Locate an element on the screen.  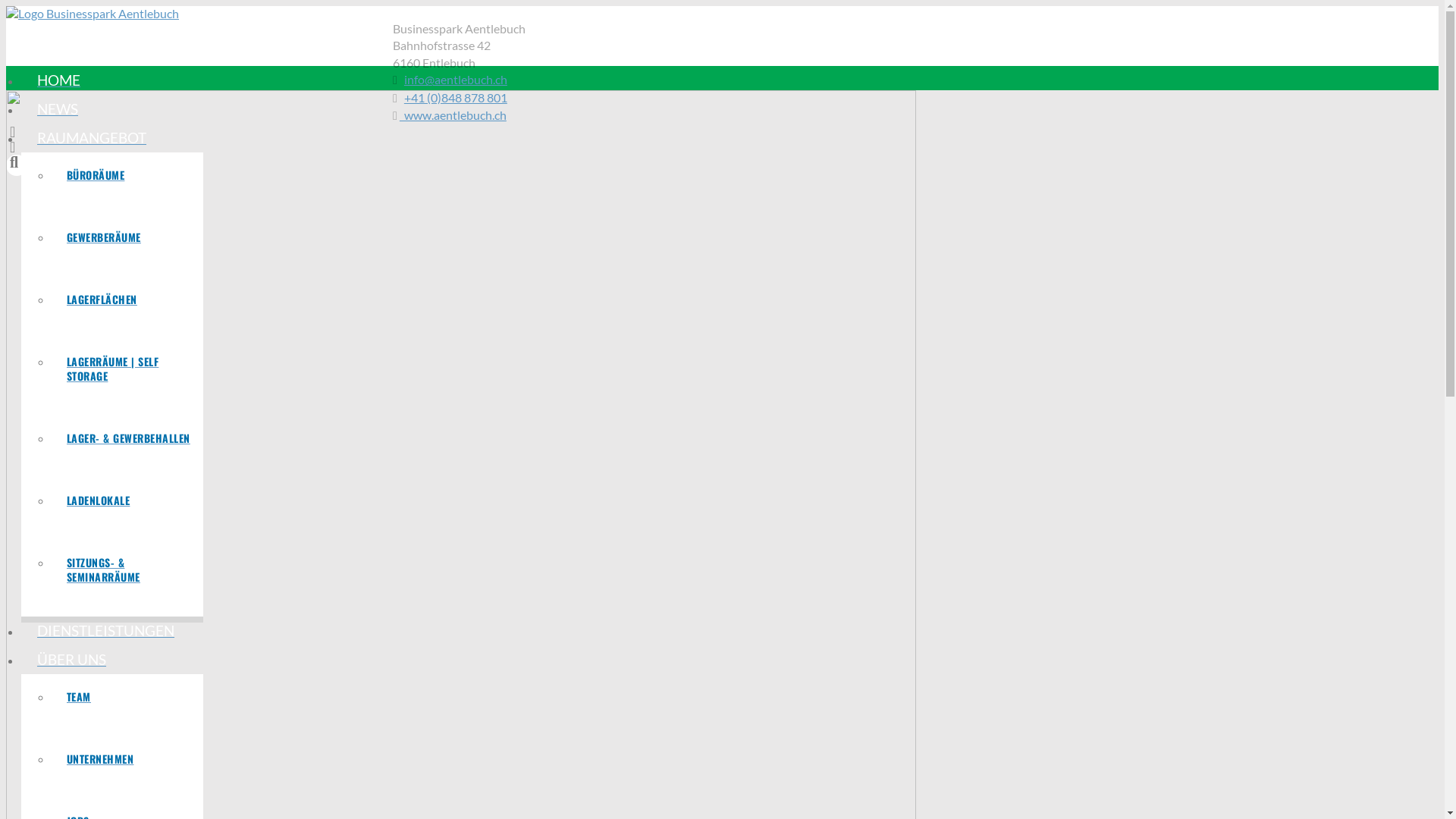
'LADENLOKALE' is located at coordinates (127, 509).